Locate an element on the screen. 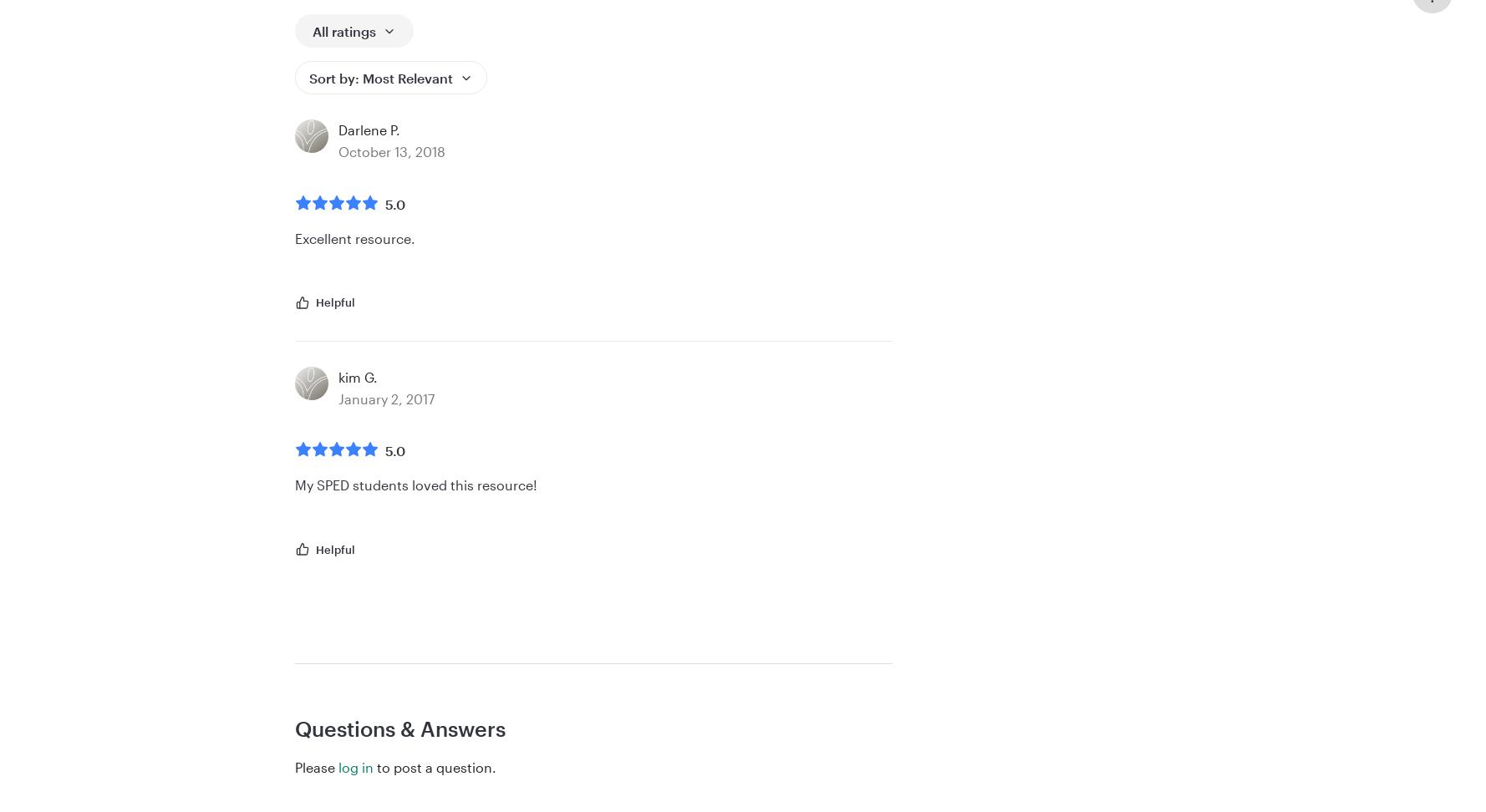 This screenshot has height=812, width=1486. 'October 13, 2018' is located at coordinates (338, 150).